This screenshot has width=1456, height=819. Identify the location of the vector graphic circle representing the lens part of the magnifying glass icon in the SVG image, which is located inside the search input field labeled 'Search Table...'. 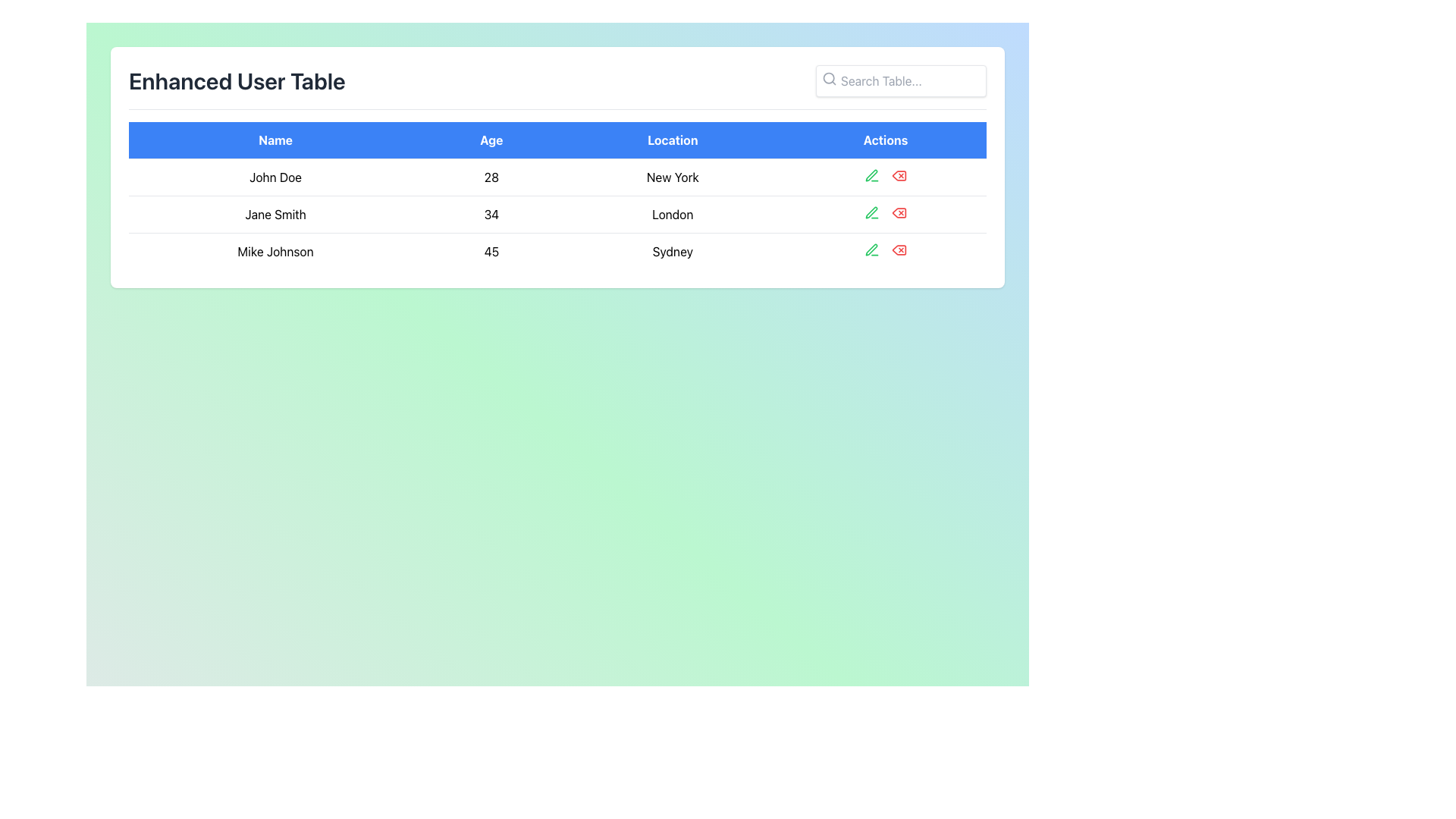
(828, 78).